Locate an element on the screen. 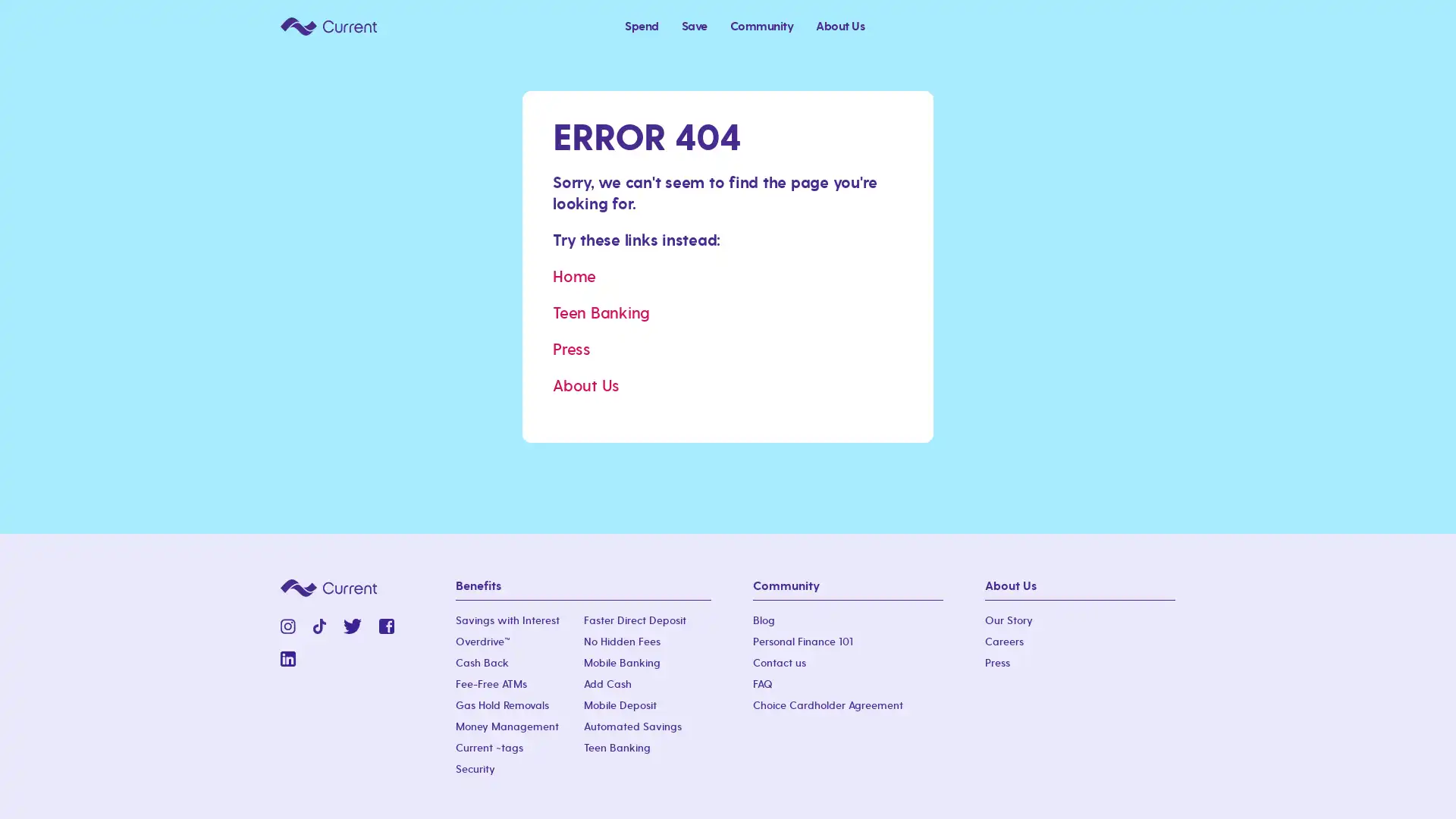 The height and width of the screenshot is (819, 1456). Current logo is located at coordinates (328, 25).